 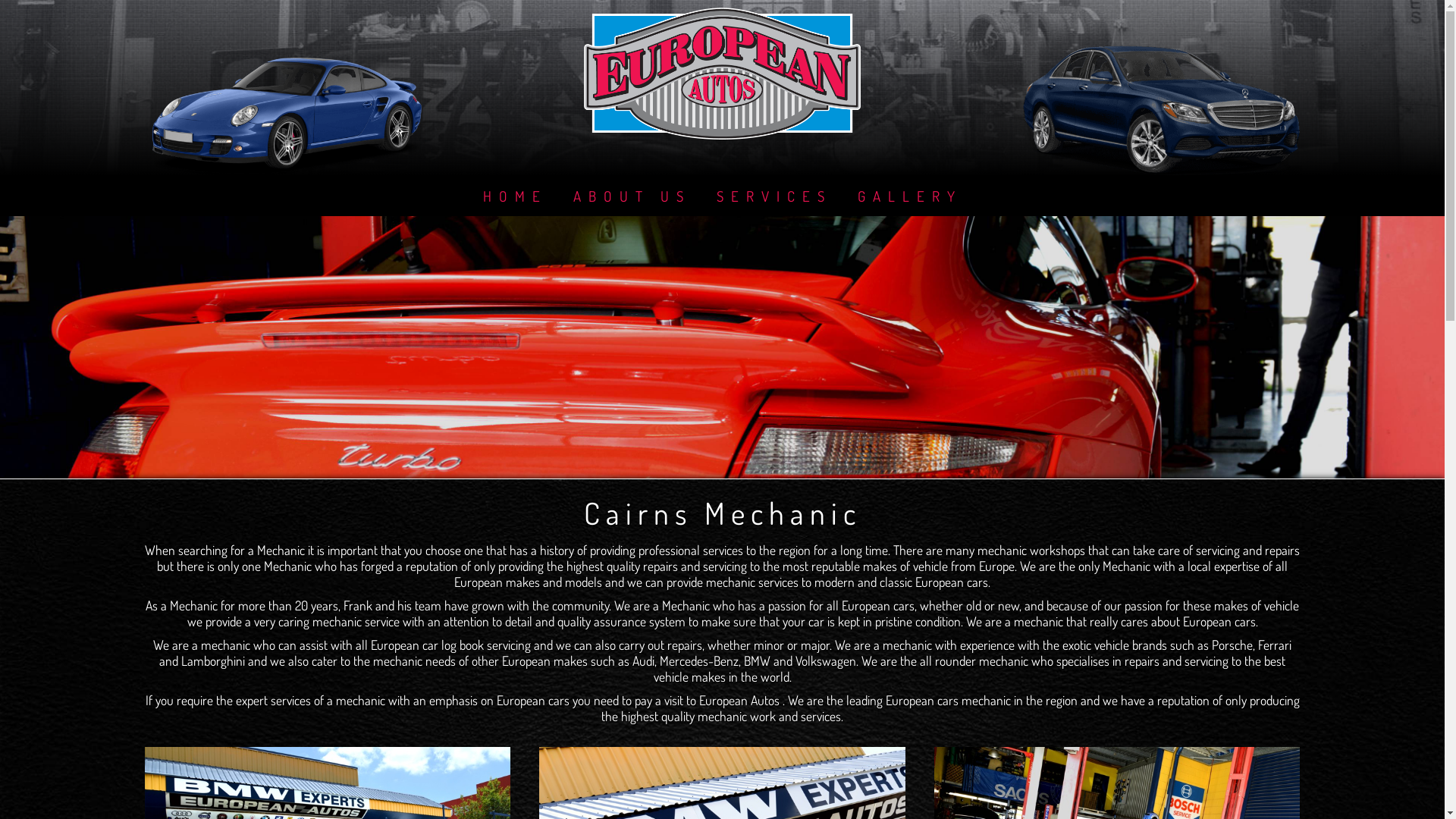 What do you see at coordinates (515, 195) in the screenshot?
I see `'HOME'` at bounding box center [515, 195].